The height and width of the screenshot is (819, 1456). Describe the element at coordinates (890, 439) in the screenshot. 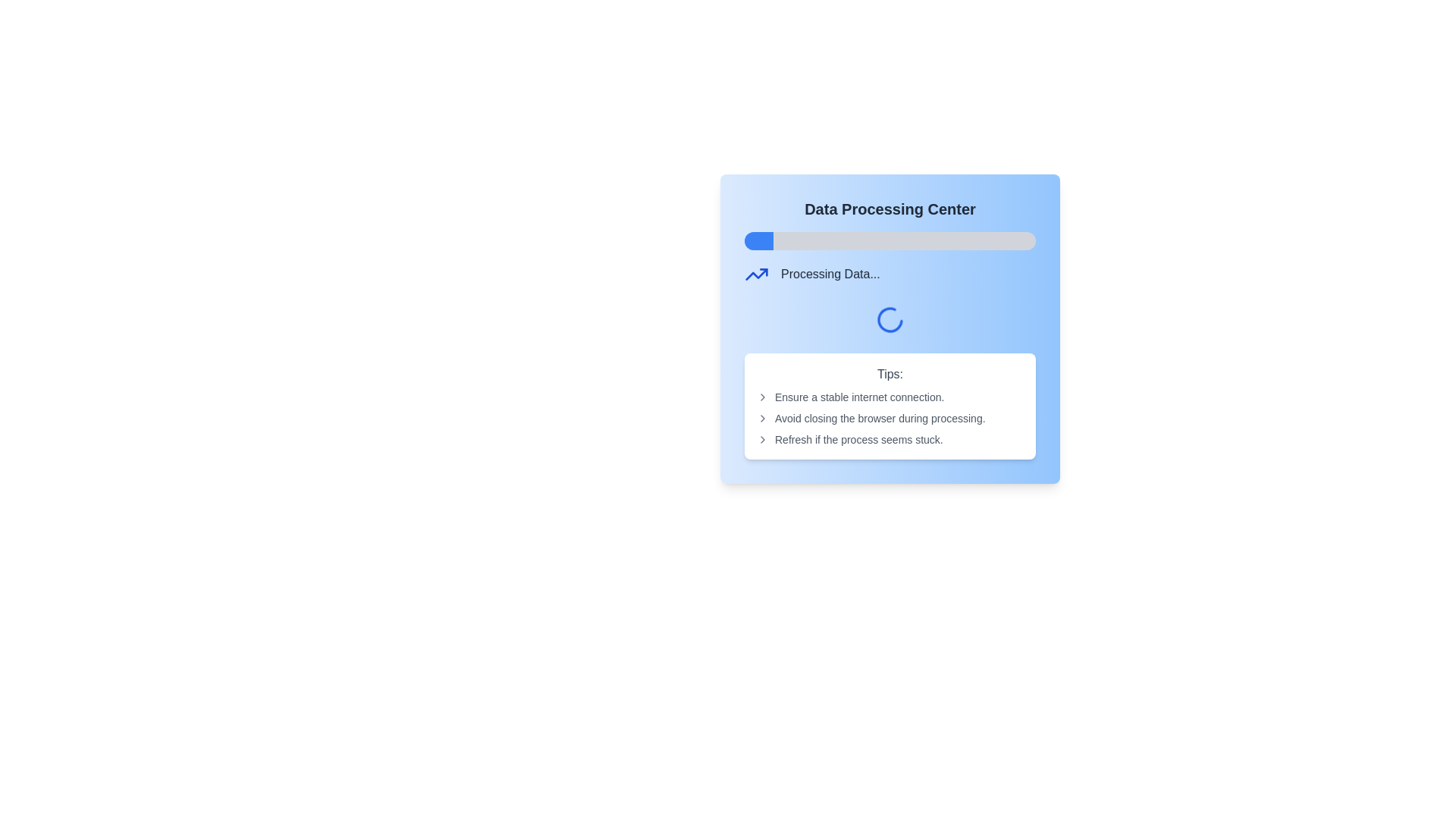

I see `the instructional text at the bottom of the tips list that advises users to refresh the page if the process appears to have stalled` at that location.